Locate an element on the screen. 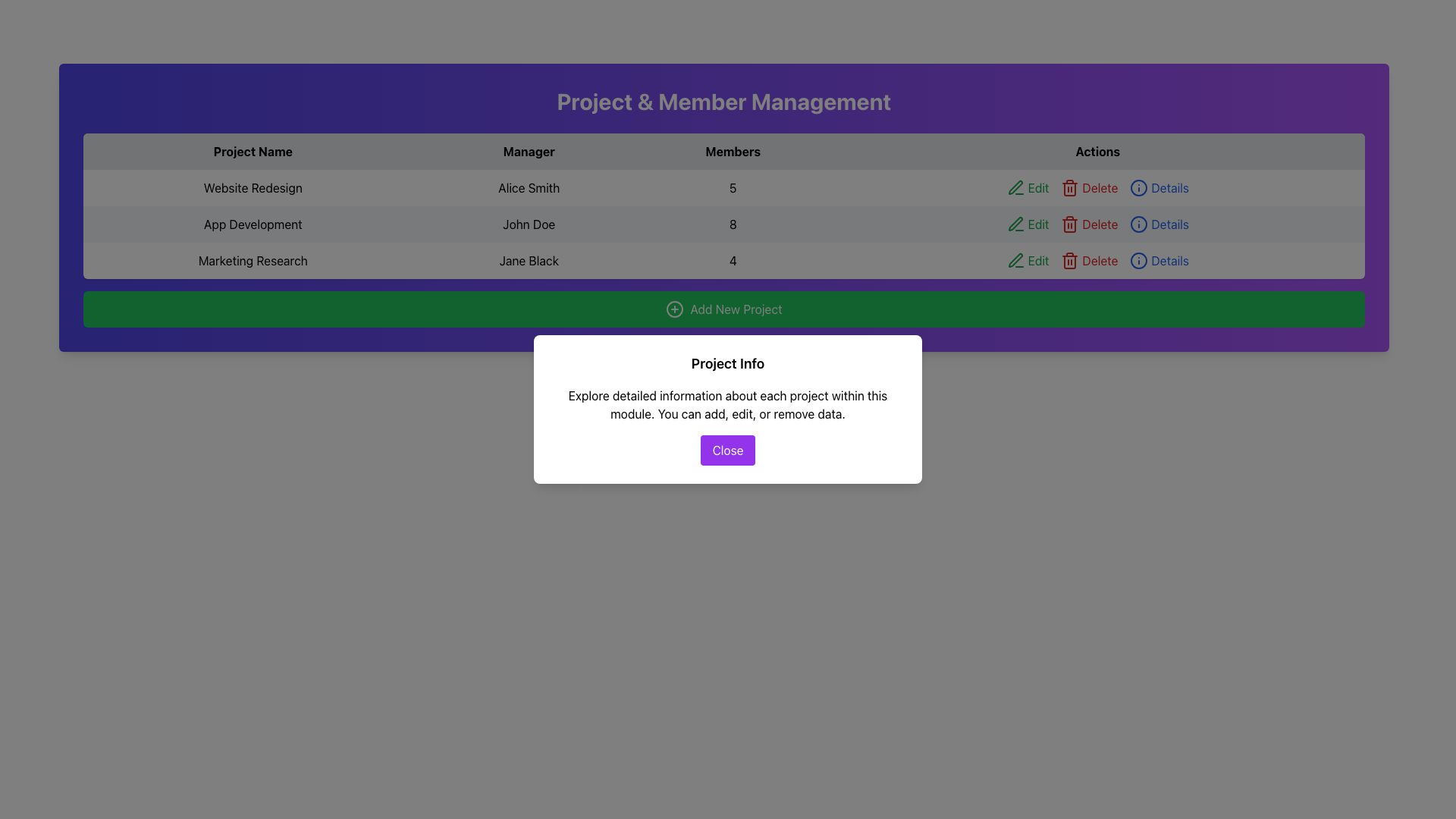 The height and width of the screenshot is (819, 1456). centered text element displaying 'App Development' located in the second entry of the 'Project Name' column in the table is located at coordinates (253, 224).